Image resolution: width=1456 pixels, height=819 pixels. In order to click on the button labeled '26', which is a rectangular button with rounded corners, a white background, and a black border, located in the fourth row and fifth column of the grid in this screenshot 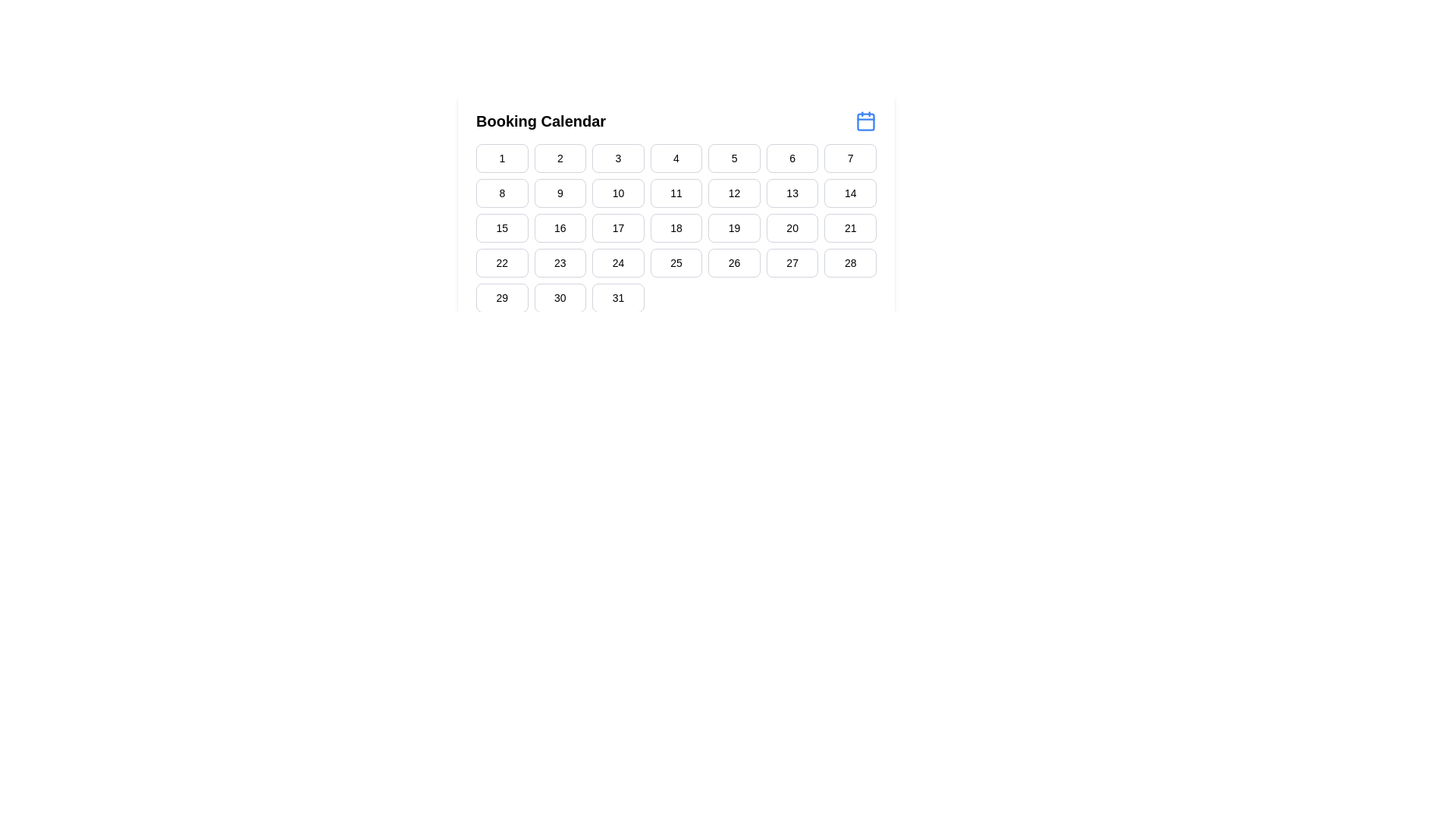, I will do `click(734, 262)`.